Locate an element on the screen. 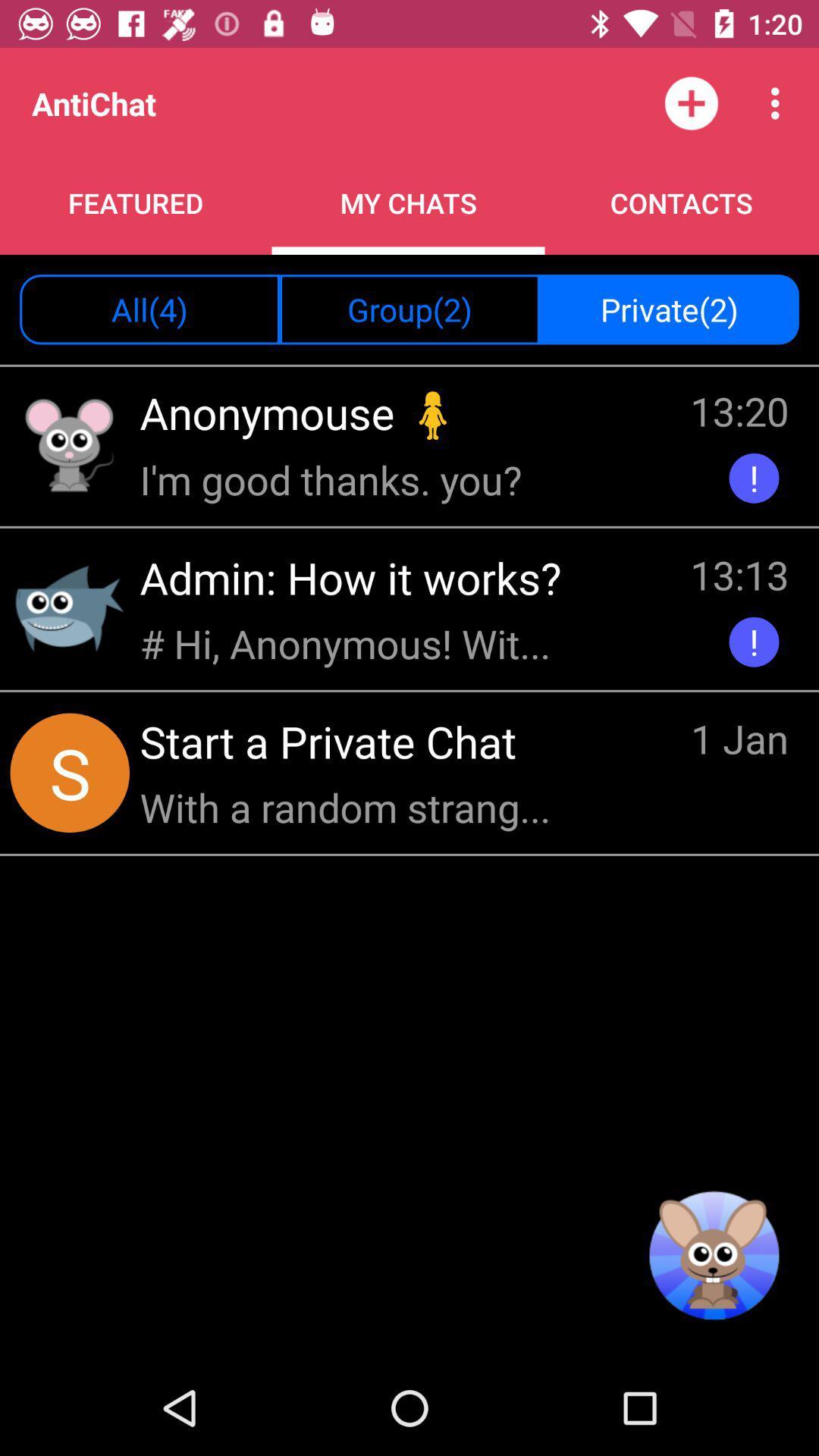 This screenshot has height=1456, width=819. the item to the left of the 13:13 is located at coordinates (350, 643).